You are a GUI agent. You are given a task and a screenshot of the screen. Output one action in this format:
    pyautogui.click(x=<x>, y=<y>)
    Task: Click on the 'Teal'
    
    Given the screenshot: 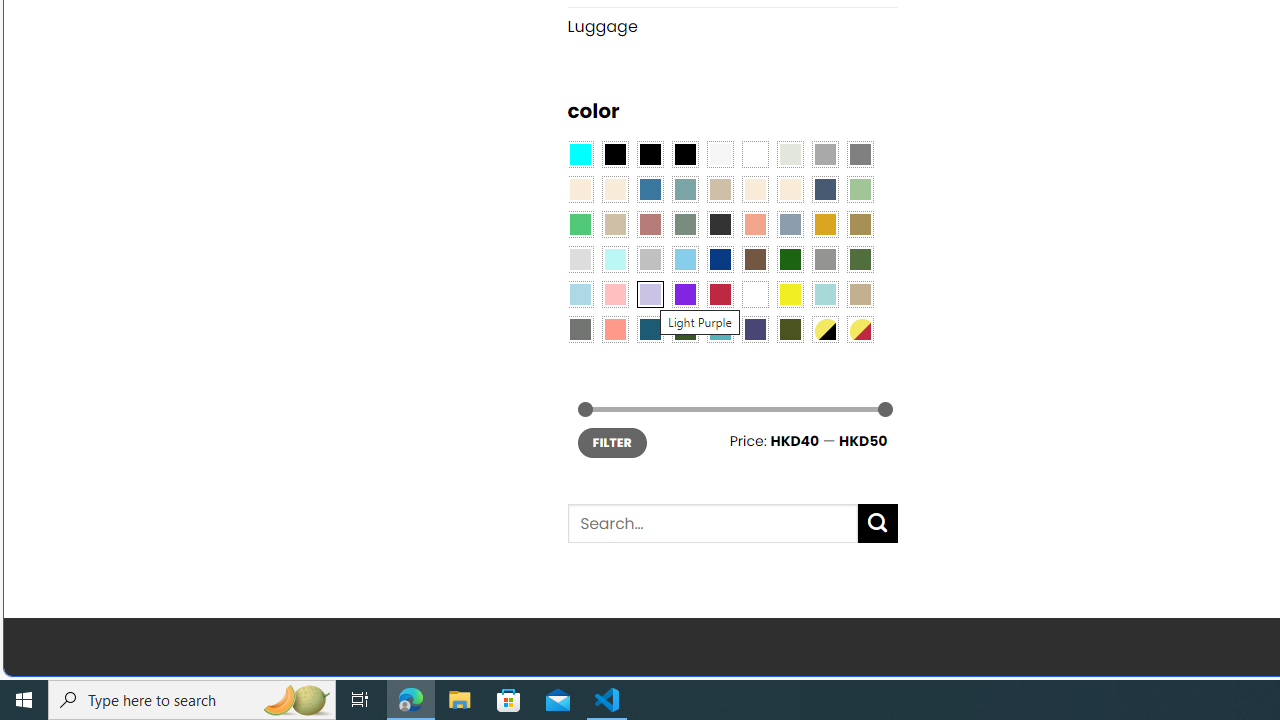 What is the action you would take?
    pyautogui.click(x=720, y=328)
    